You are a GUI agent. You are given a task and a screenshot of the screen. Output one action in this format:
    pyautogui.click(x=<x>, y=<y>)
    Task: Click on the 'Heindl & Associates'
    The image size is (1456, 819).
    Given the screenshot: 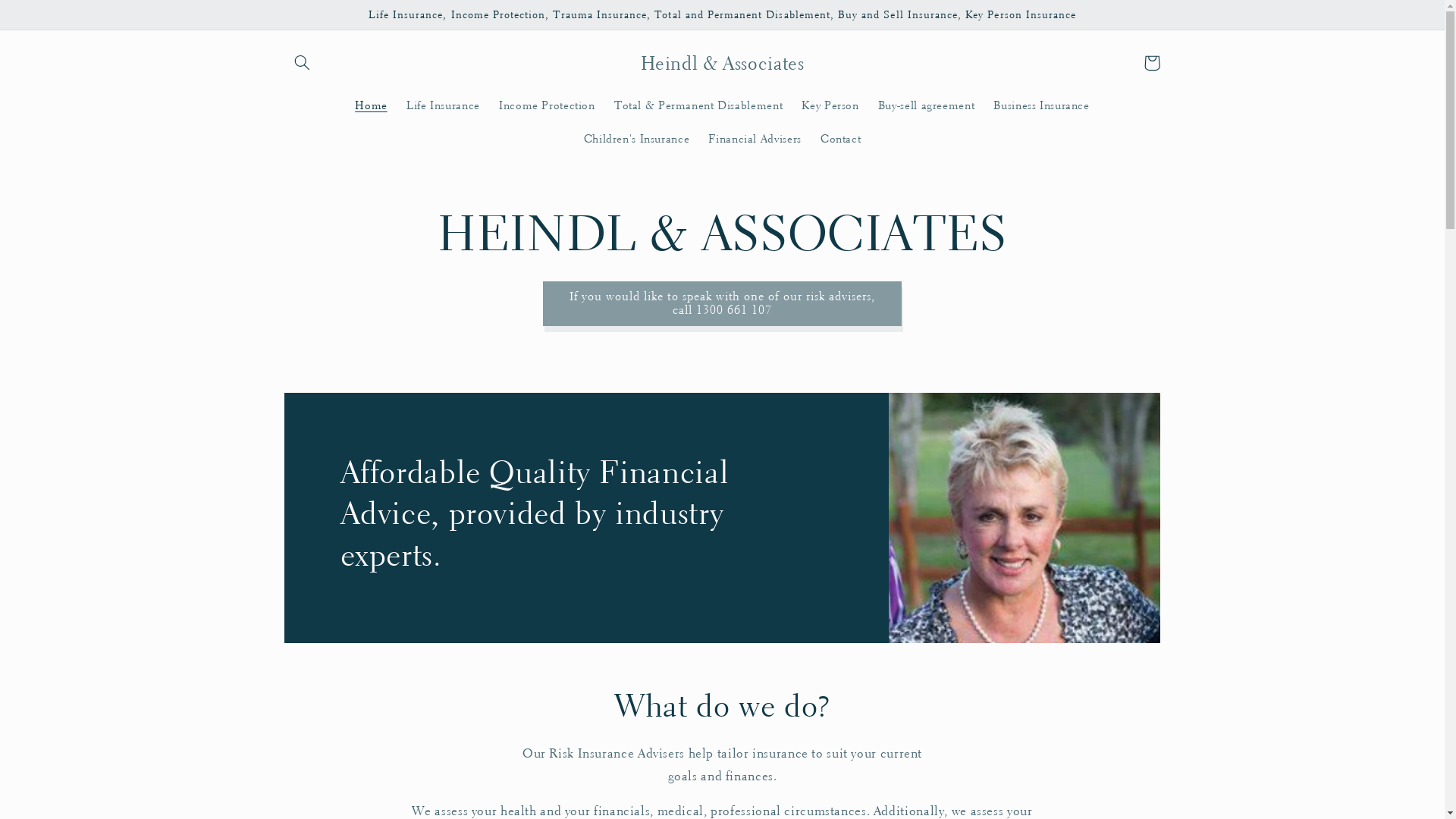 What is the action you would take?
    pyautogui.click(x=722, y=61)
    